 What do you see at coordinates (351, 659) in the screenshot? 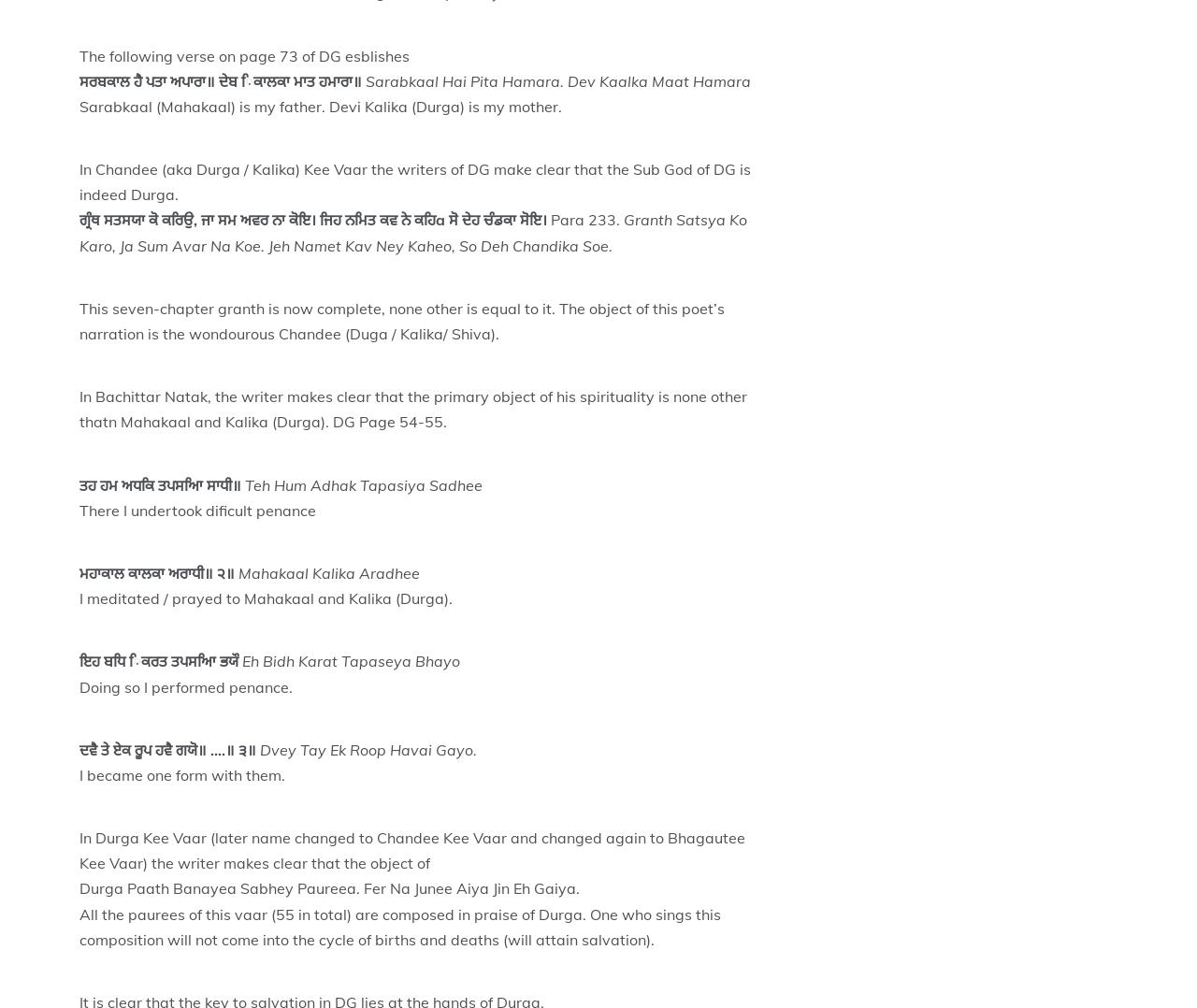
I see `'Eh Bidh Karat Tapaseya Bhayo'` at bounding box center [351, 659].